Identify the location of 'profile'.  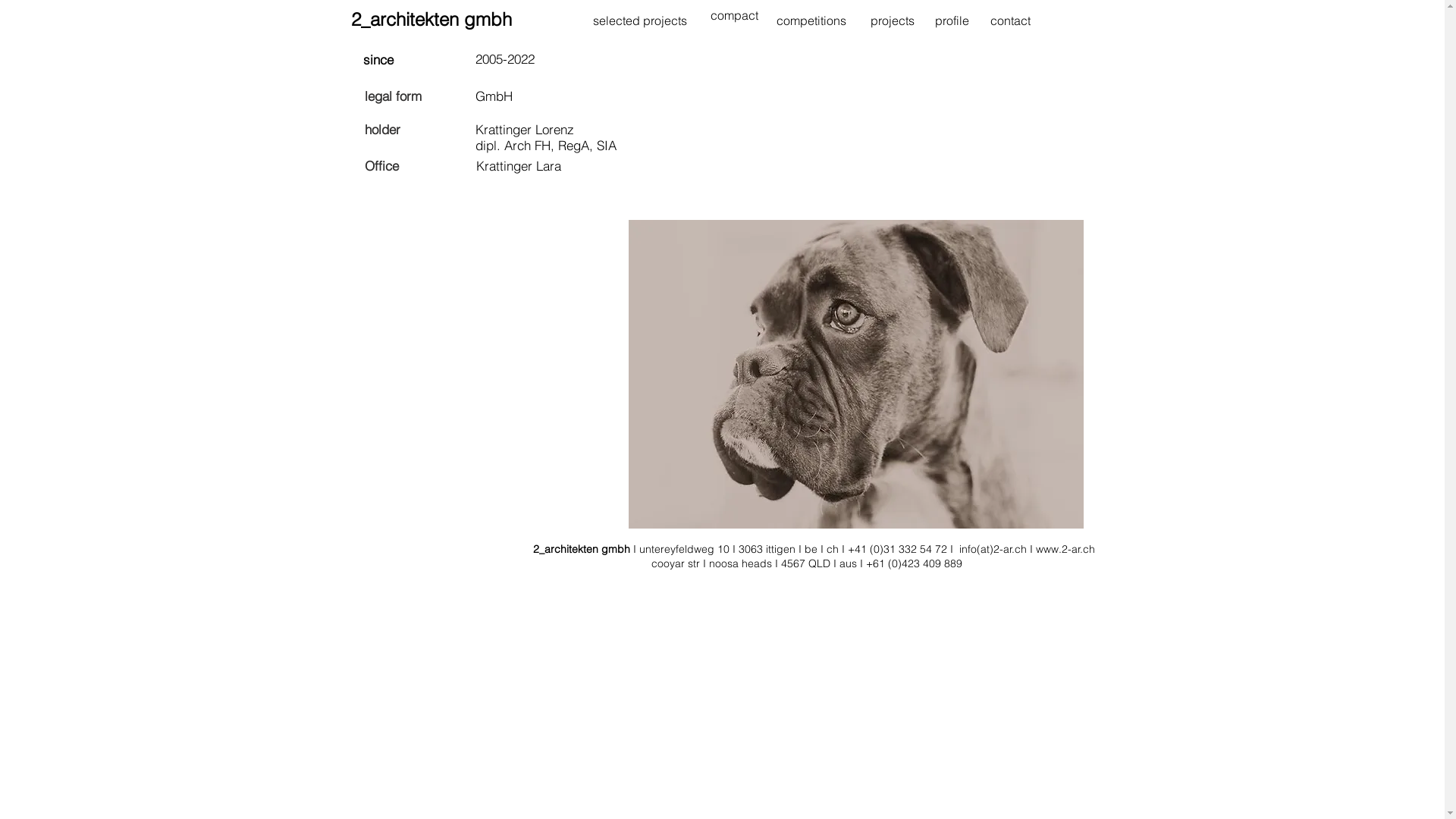
(934, 20).